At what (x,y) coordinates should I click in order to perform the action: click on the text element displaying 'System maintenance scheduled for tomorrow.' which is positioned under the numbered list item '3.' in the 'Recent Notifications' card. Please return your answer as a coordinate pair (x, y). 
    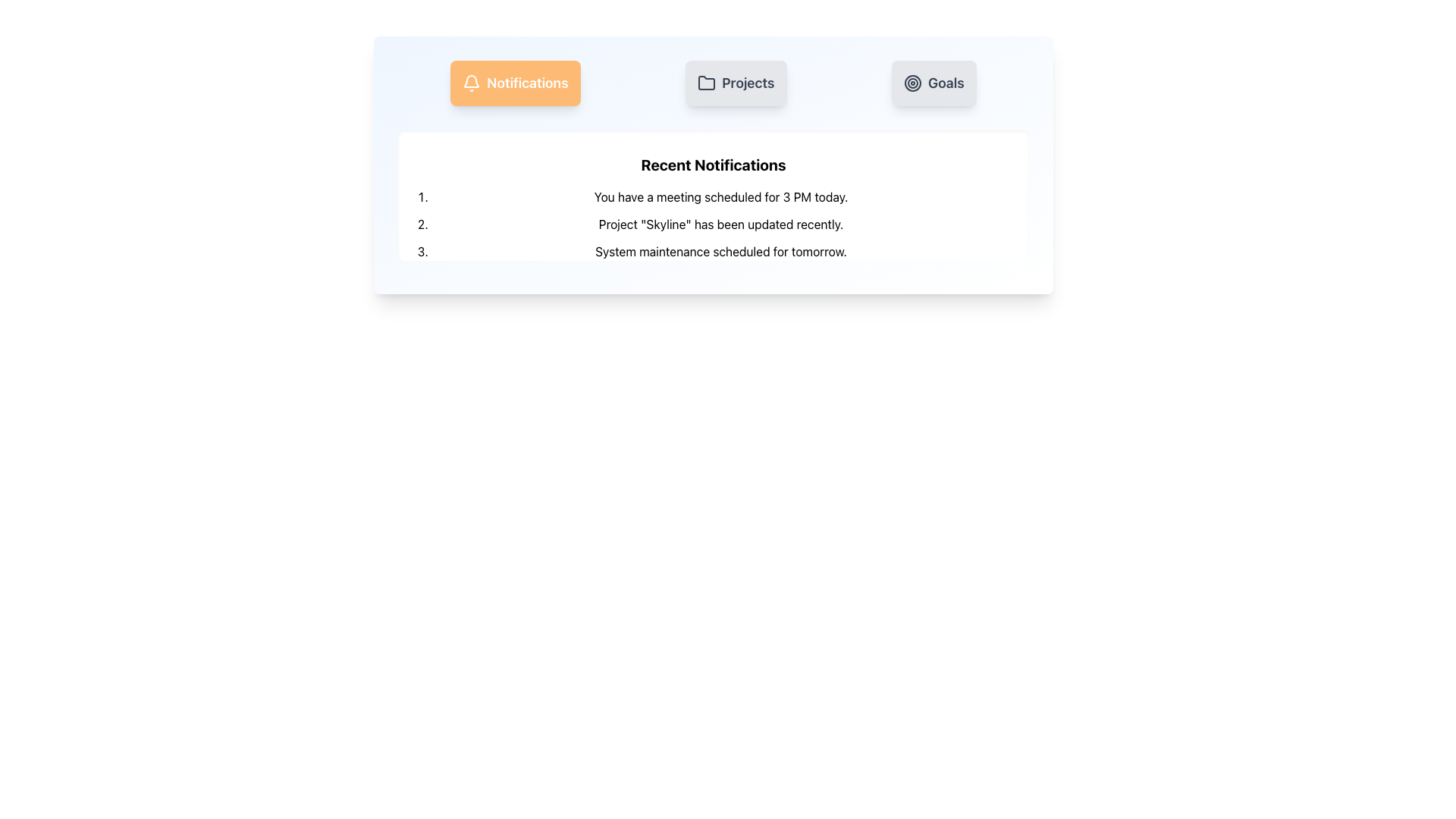
    Looking at the image, I should click on (720, 250).